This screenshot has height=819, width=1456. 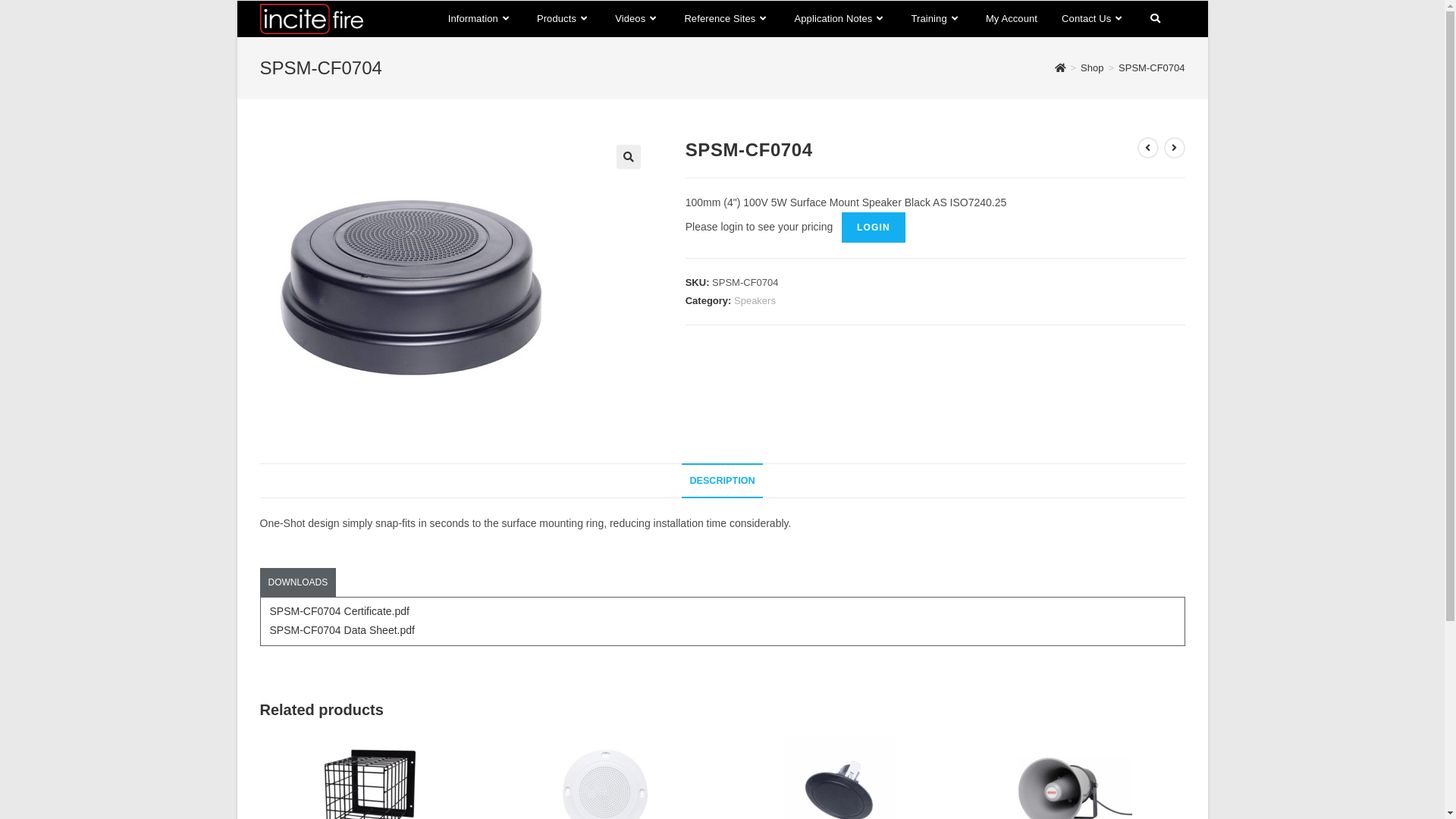 I want to click on 'SPSM-CF0704 Data Sheet.pdf', so click(x=341, y=629).